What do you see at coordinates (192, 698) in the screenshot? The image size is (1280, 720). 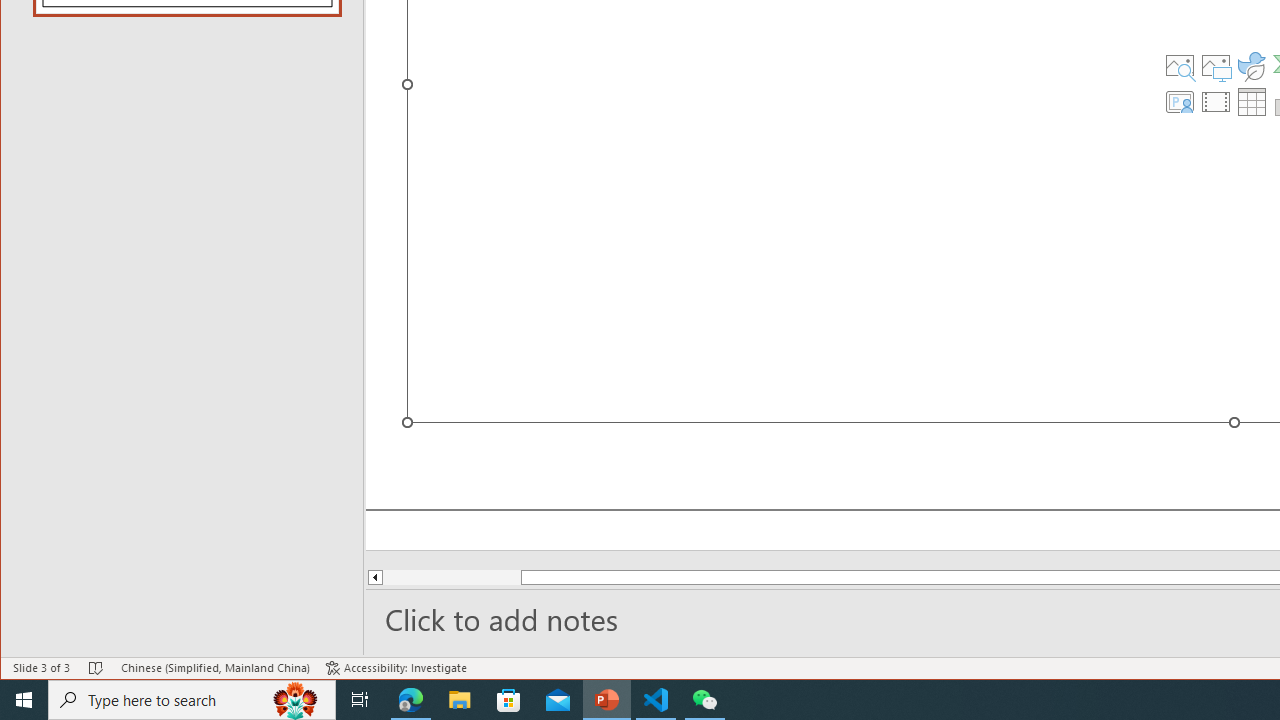 I see `'Type here to search'` at bounding box center [192, 698].